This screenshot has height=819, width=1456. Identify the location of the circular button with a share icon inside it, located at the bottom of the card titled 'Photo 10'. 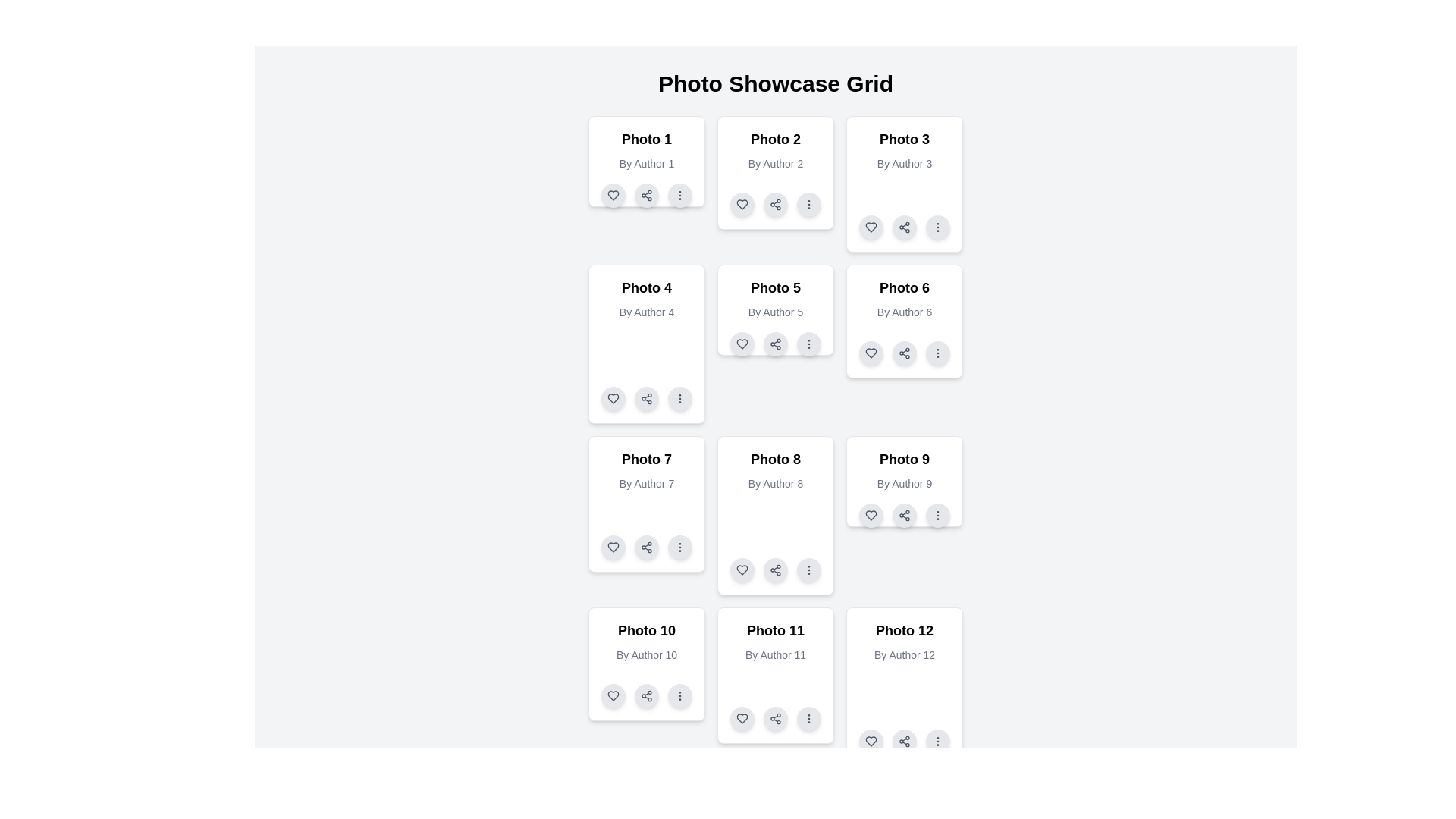
(647, 696).